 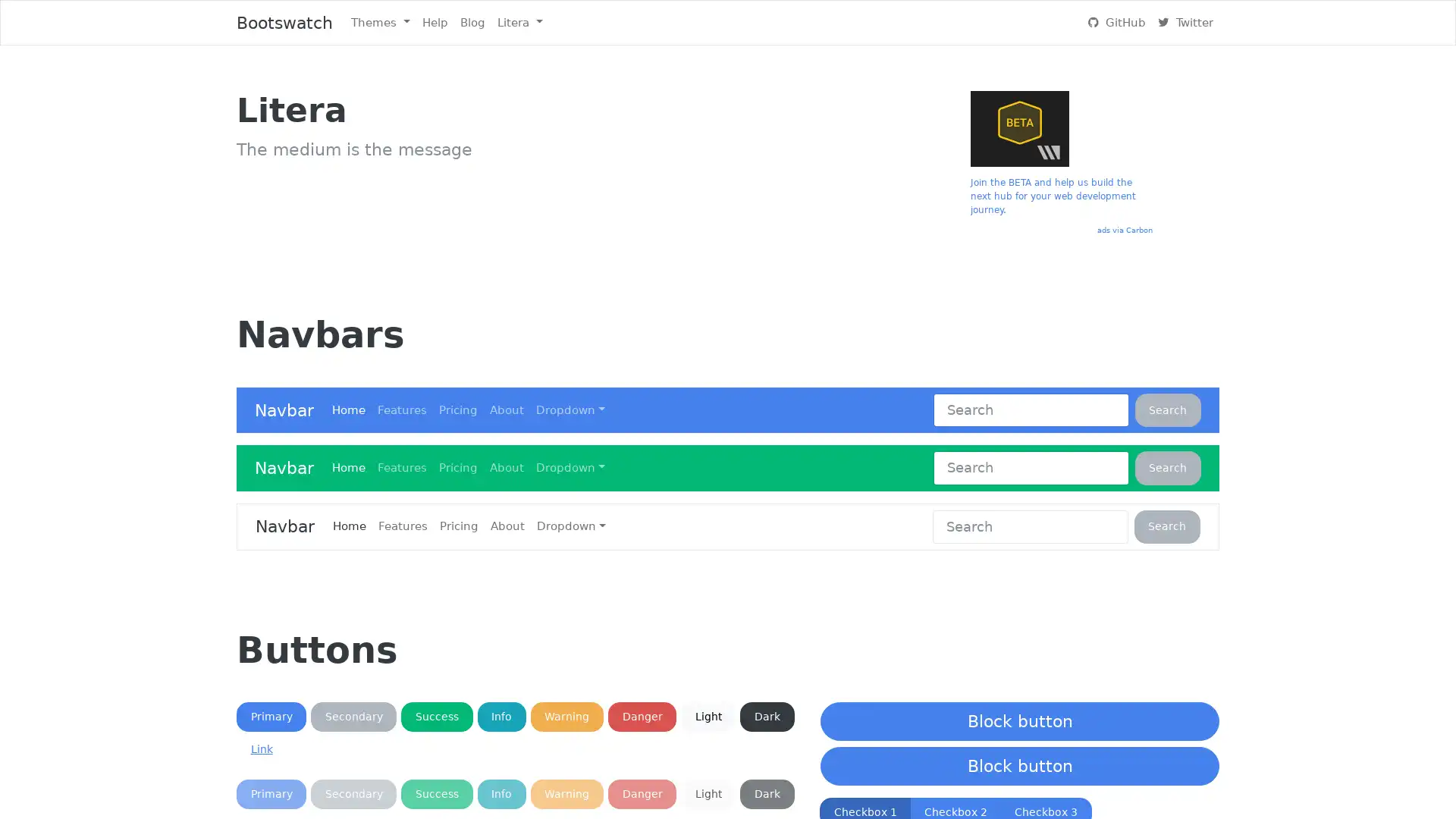 I want to click on Light, so click(x=708, y=793).